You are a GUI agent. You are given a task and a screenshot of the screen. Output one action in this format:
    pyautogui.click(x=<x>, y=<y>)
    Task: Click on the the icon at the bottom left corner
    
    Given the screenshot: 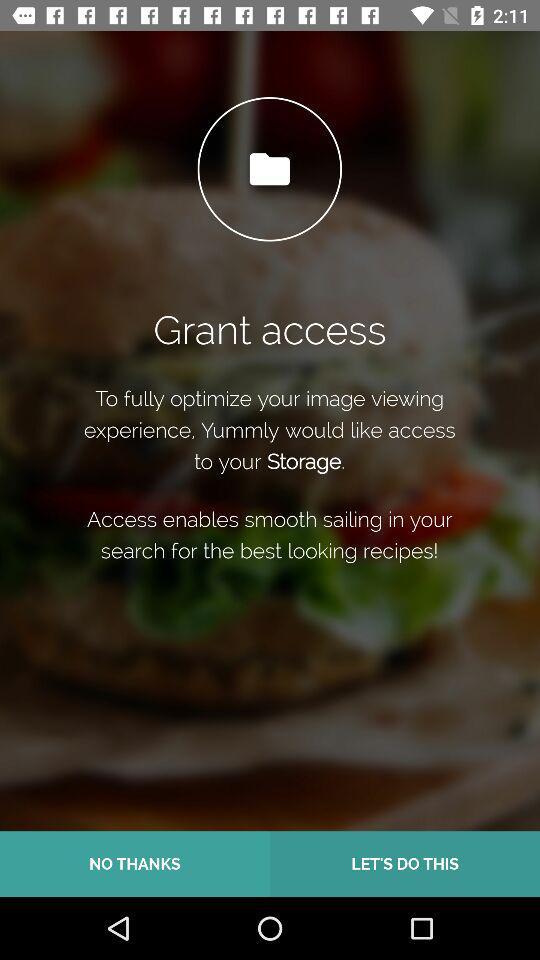 What is the action you would take?
    pyautogui.click(x=135, y=863)
    